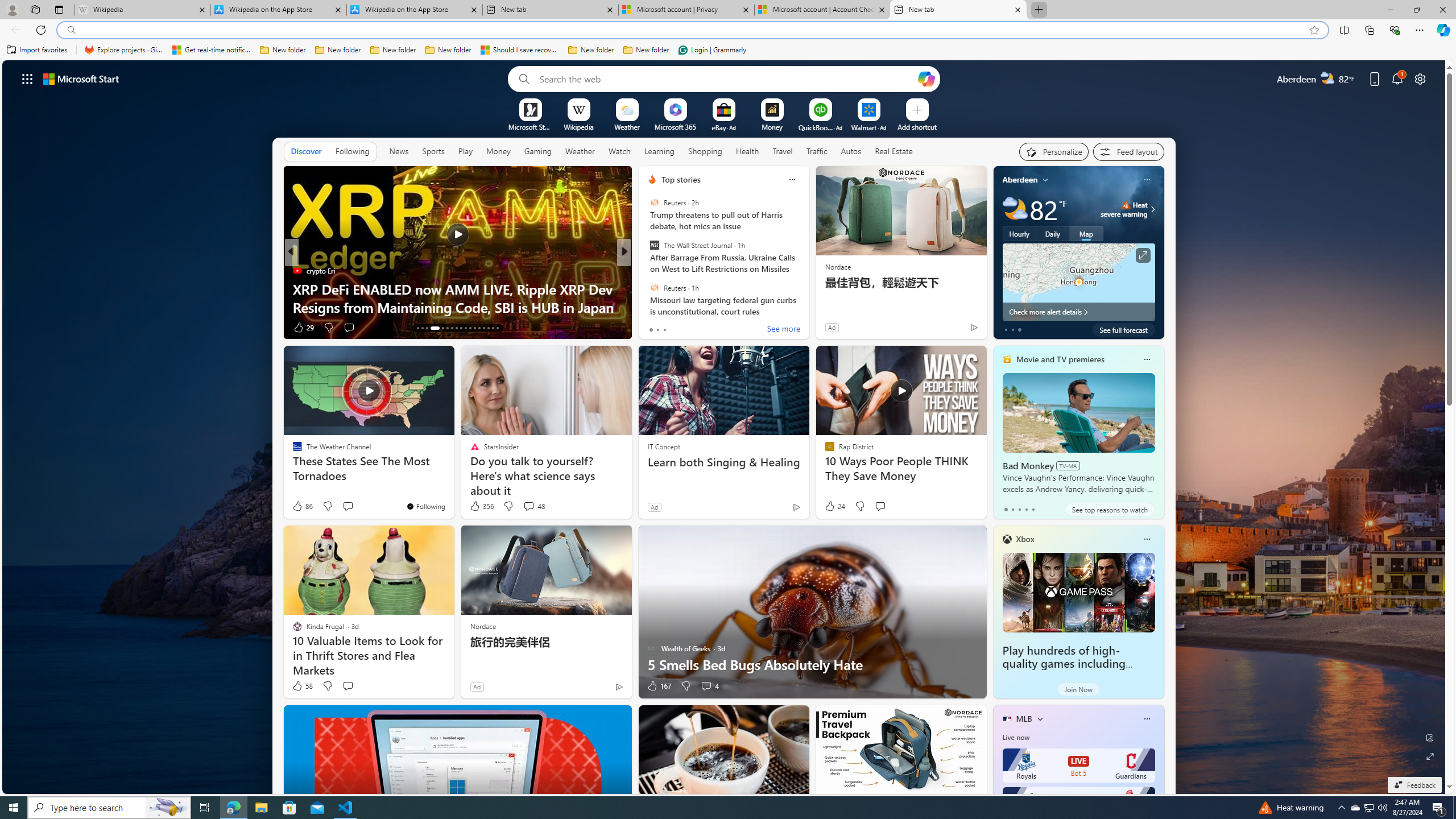 The height and width of the screenshot is (819, 1456). I want to click on 'Open Copilot', so click(925, 78).